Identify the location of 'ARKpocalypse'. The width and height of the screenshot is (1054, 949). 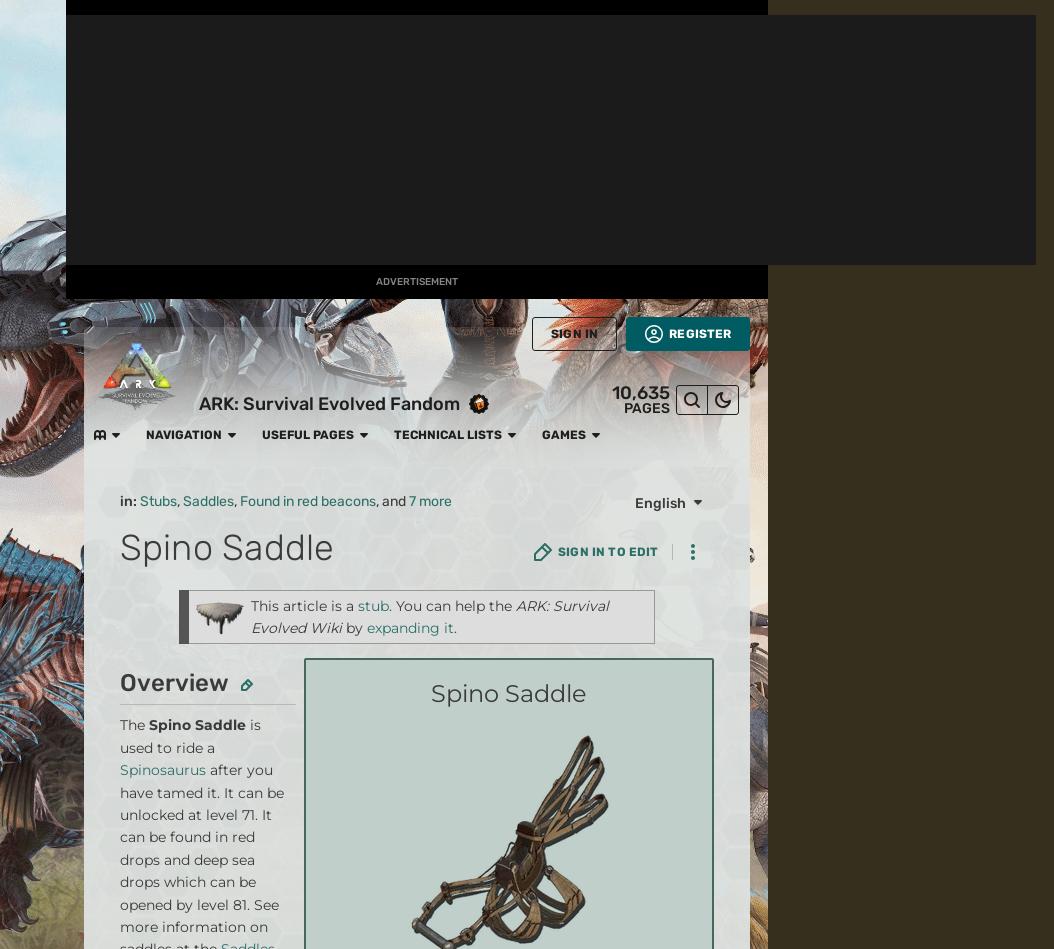
(318, 56).